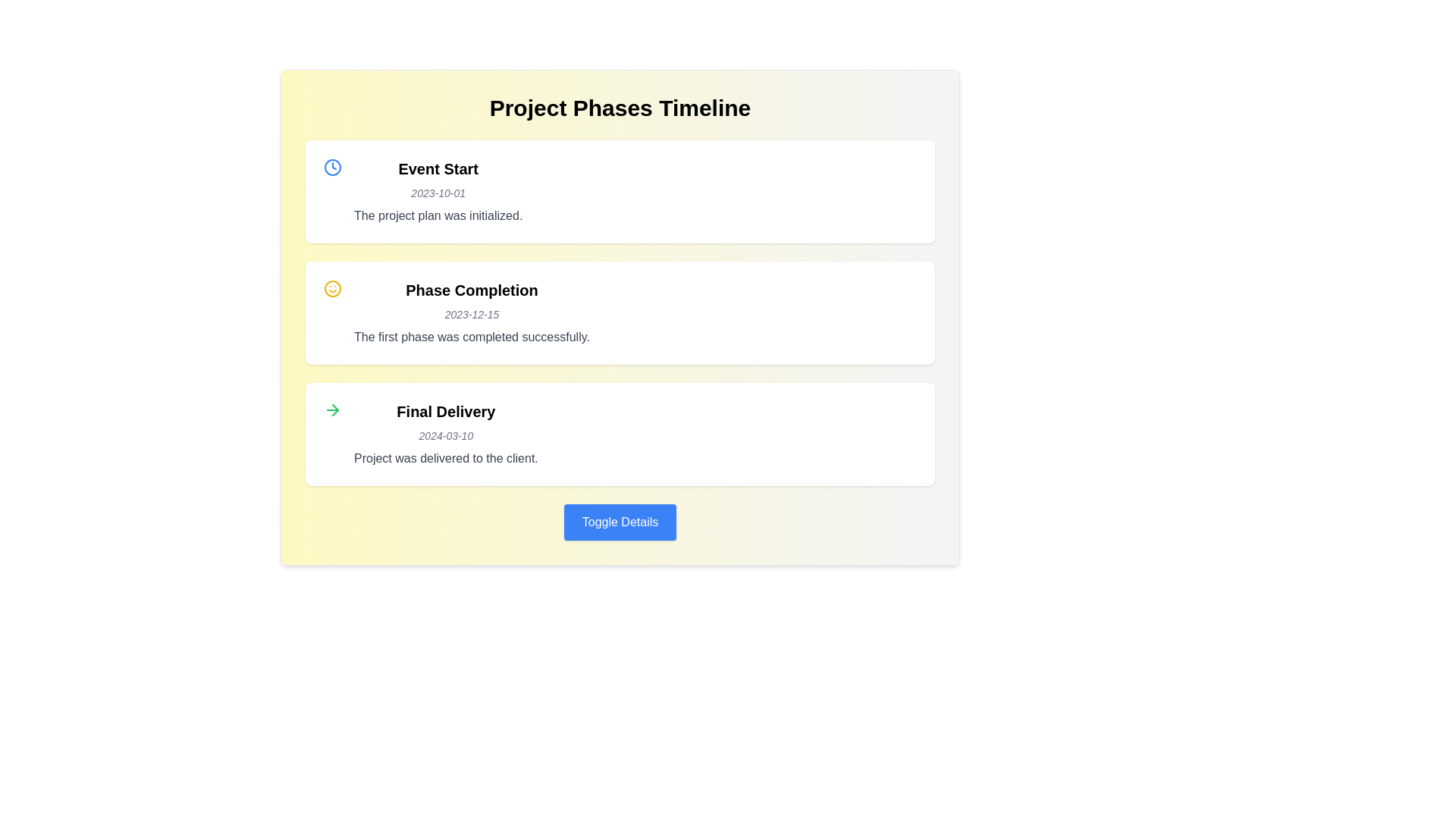 Image resolution: width=1456 pixels, height=819 pixels. Describe the element at coordinates (471, 290) in the screenshot. I see `the Text Label that identifies the phase as 'Phase Completion', located above the date '2023-12-15' in the timeline section` at that location.